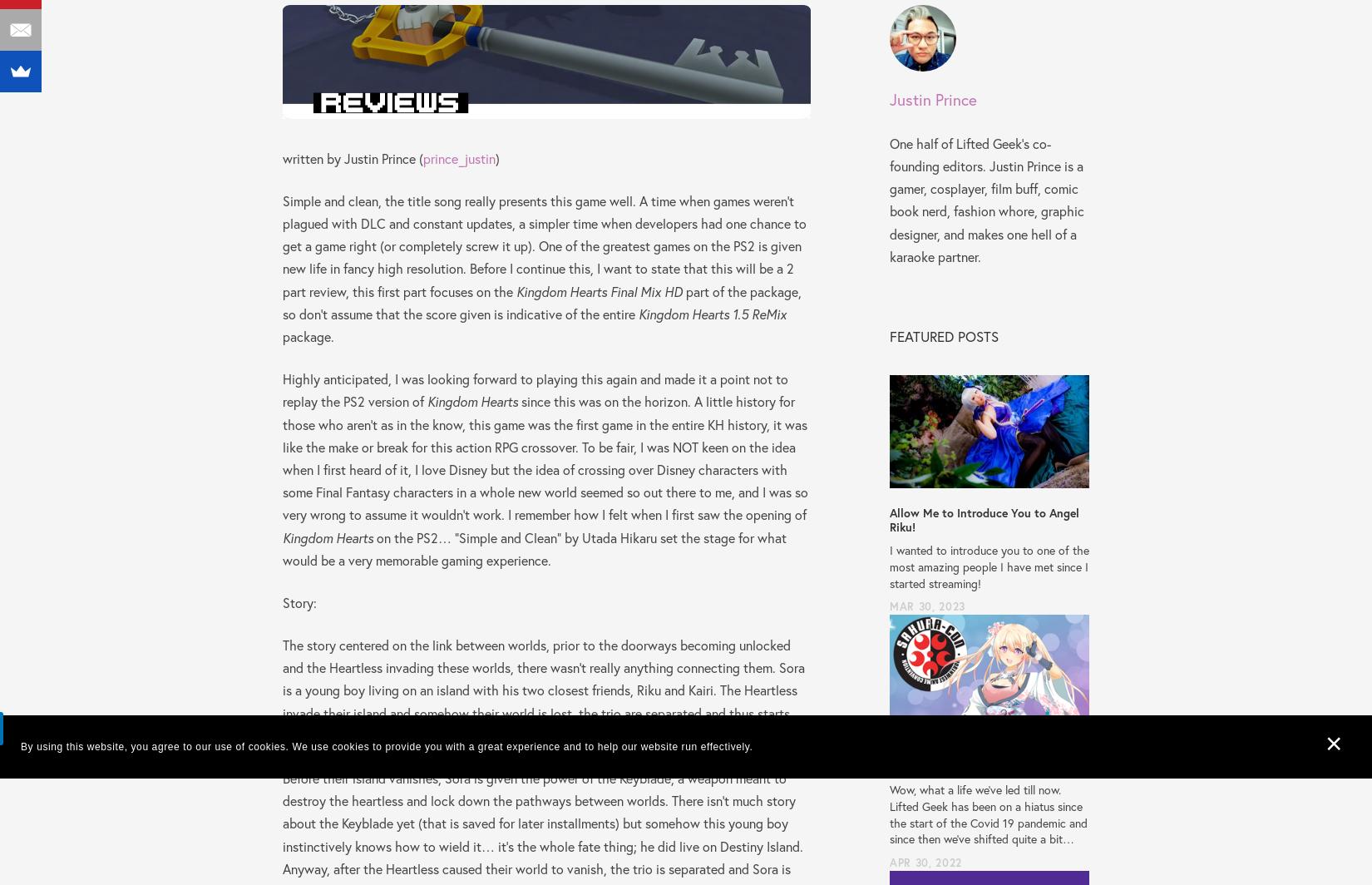  I want to click on 'Highly anticipated, I was looking forward to playing this
again and made it a point not to replay the PS2 version of', so click(283, 390).